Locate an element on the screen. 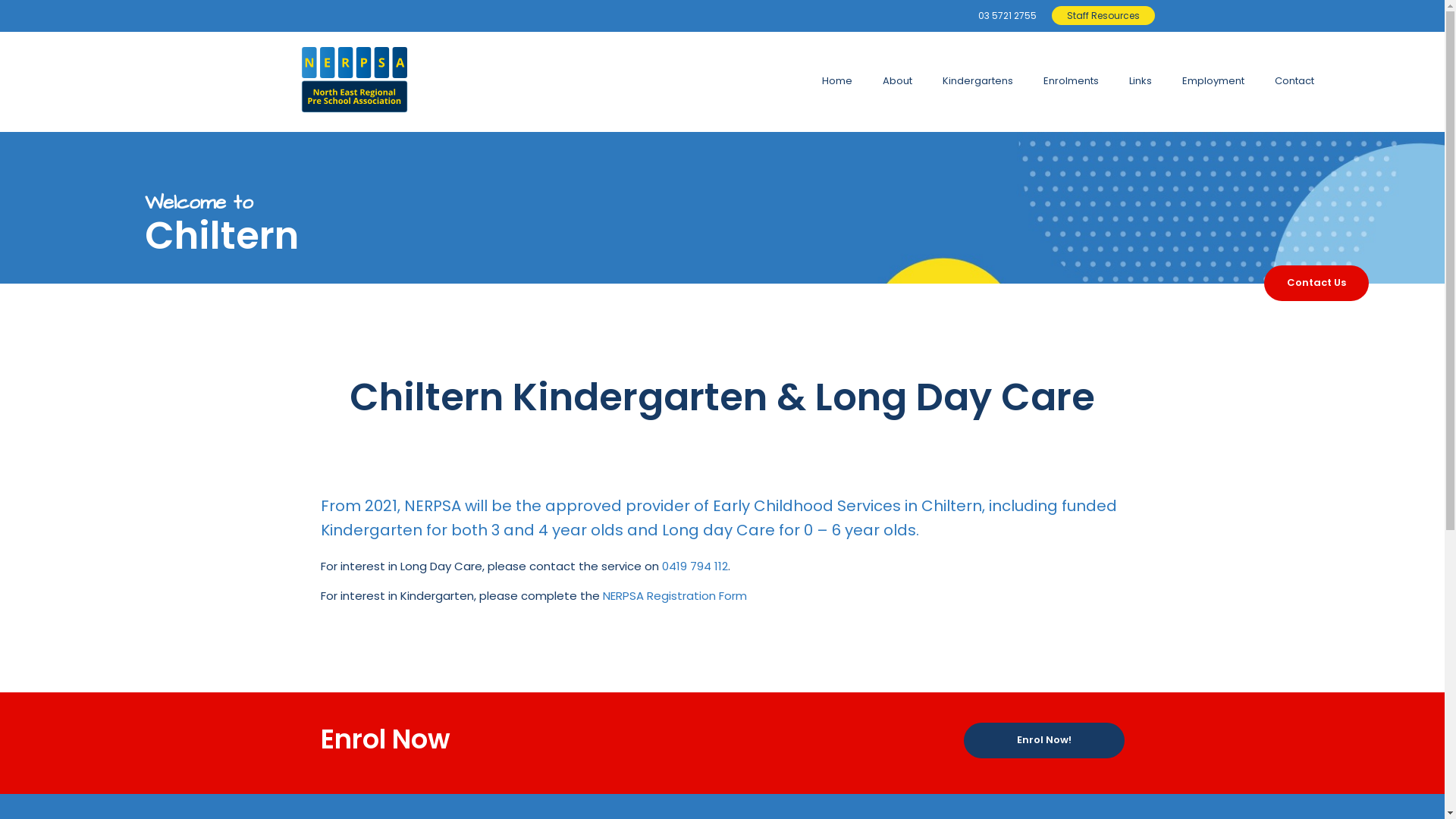 This screenshot has height=819, width=1456. 'About' is located at coordinates (897, 80).